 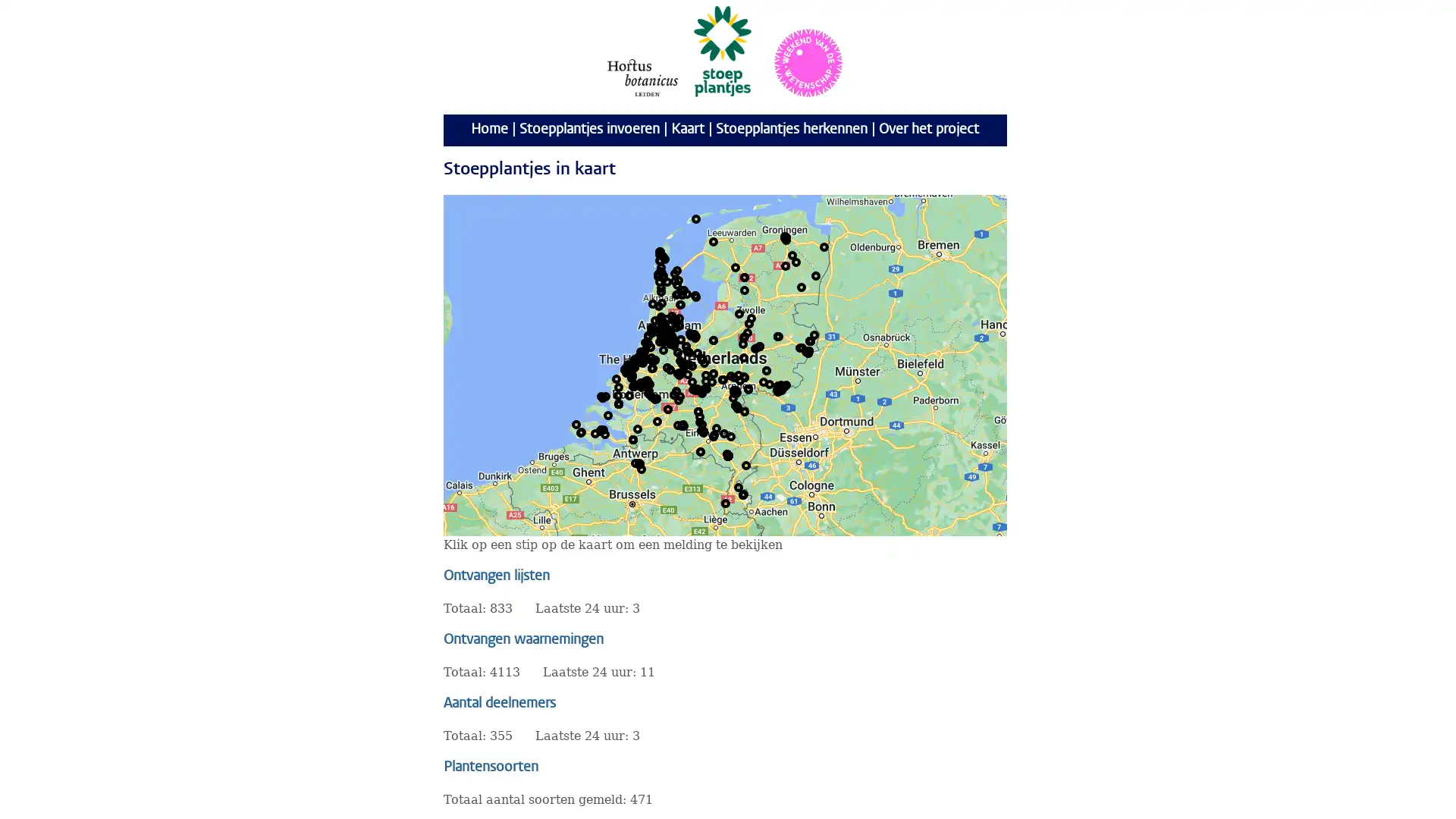 I want to click on Telling van Josephine op 03 juni 2022, so click(x=619, y=403).